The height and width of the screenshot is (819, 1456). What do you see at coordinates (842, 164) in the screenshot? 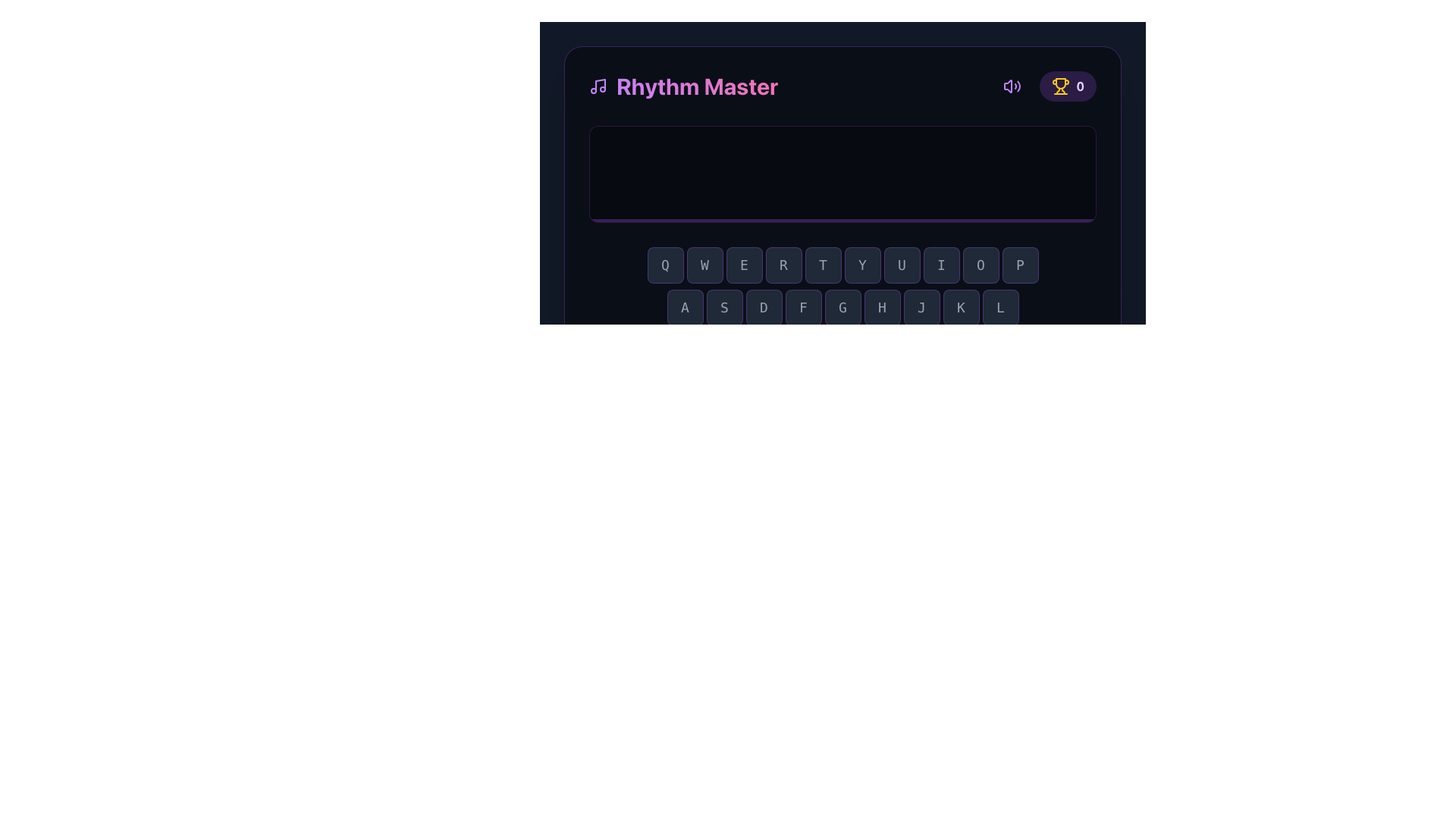
I see `the title 'Rhythm Master' in the dark-themed user interface component` at bounding box center [842, 164].